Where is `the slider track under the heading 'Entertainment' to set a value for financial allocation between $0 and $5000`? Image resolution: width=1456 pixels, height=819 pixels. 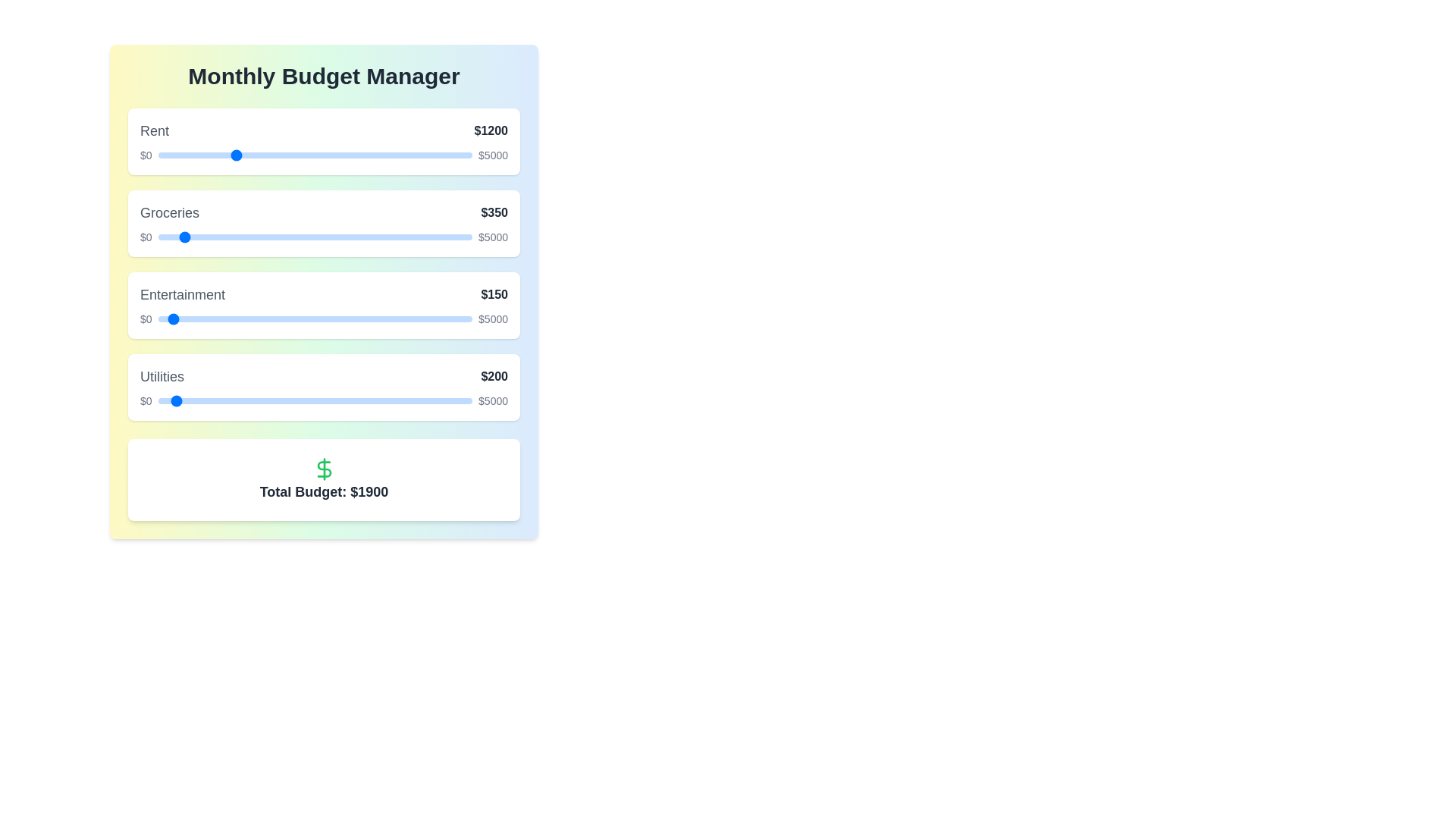 the slider track under the heading 'Entertainment' to set a value for financial allocation between $0 and $5000 is located at coordinates (323, 318).